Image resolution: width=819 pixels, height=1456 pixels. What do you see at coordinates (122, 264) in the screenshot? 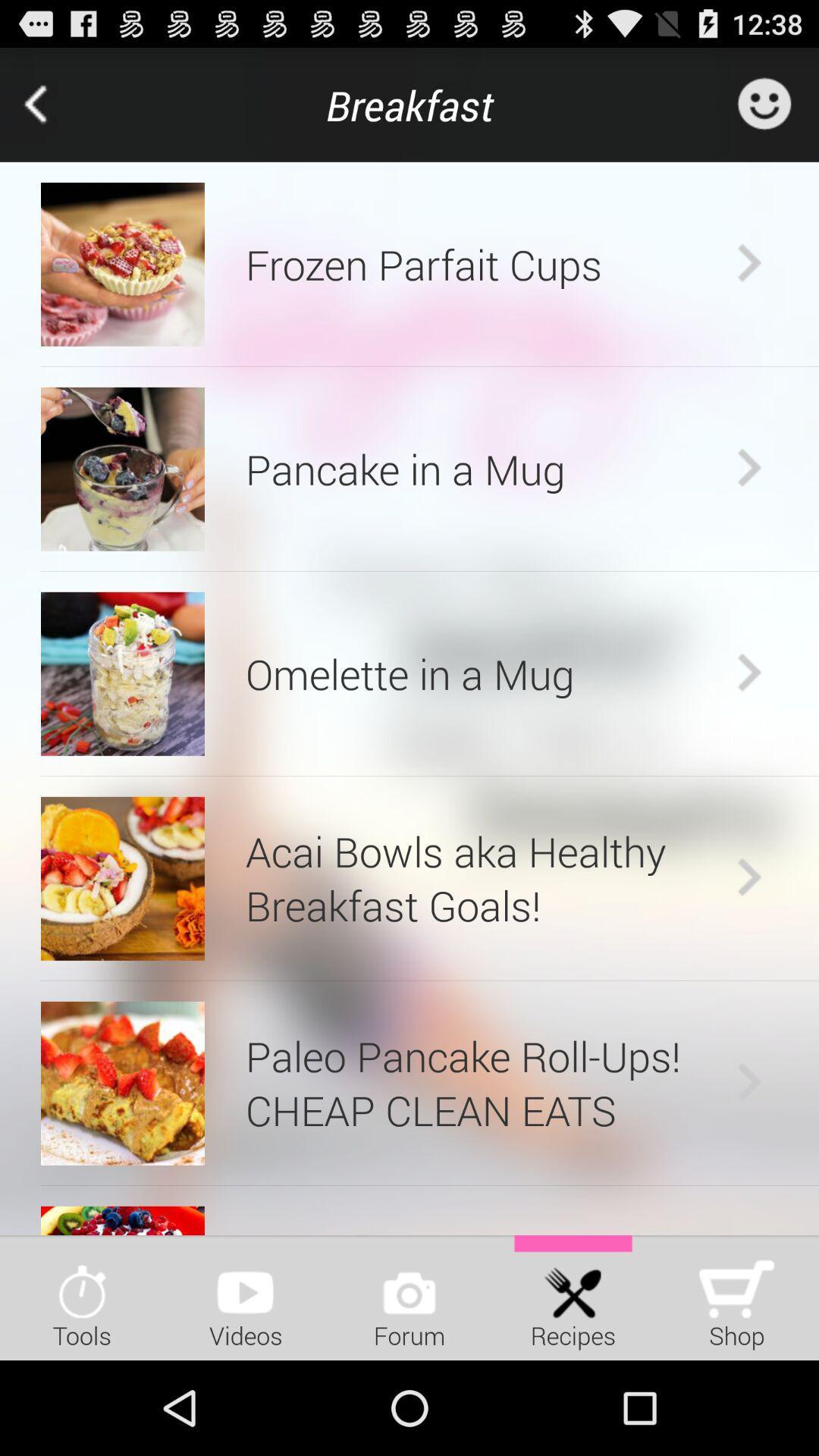
I see `icon next to frozen parfait cups` at bounding box center [122, 264].